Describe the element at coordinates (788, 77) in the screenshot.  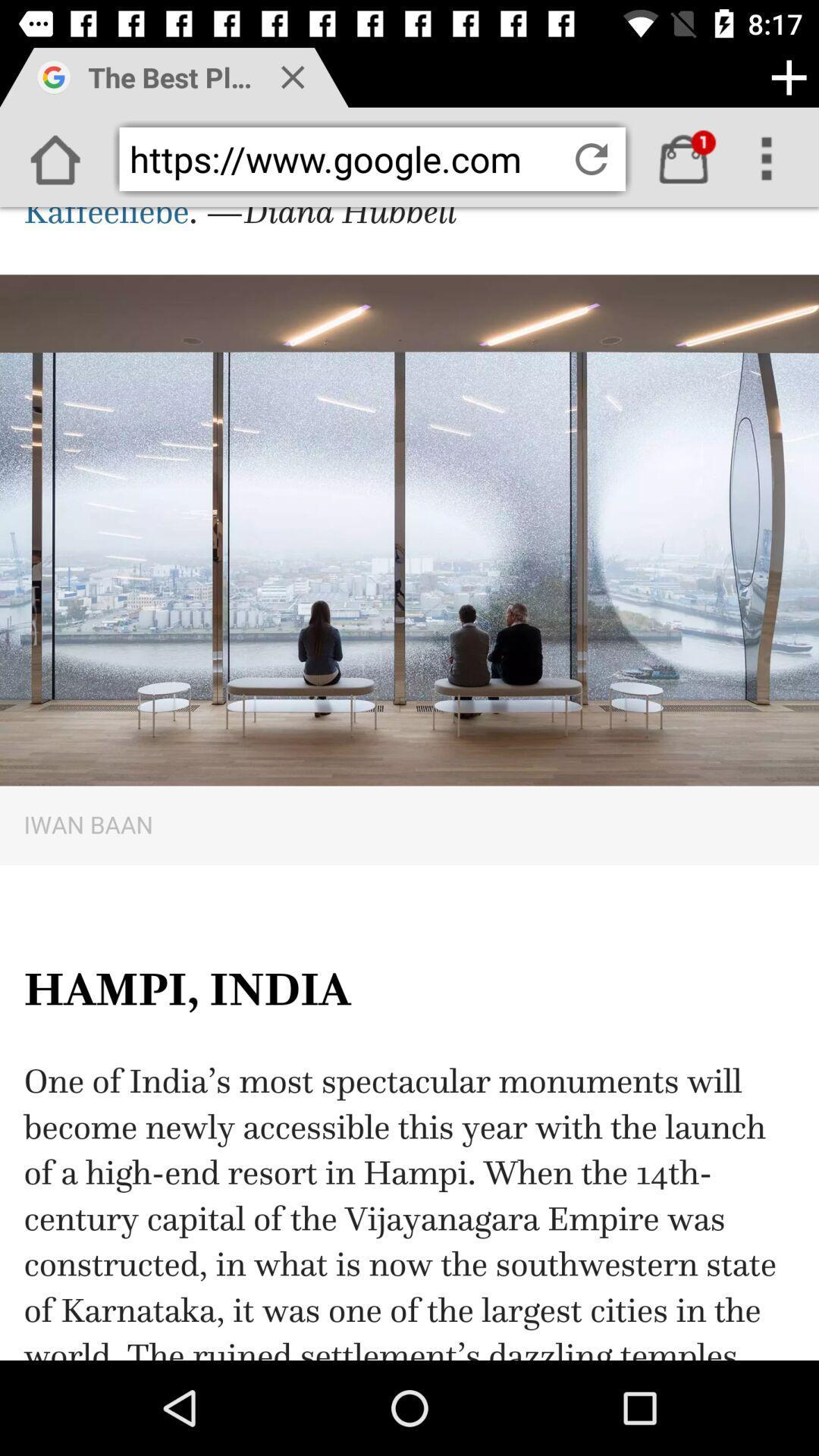
I see `new tab` at that location.